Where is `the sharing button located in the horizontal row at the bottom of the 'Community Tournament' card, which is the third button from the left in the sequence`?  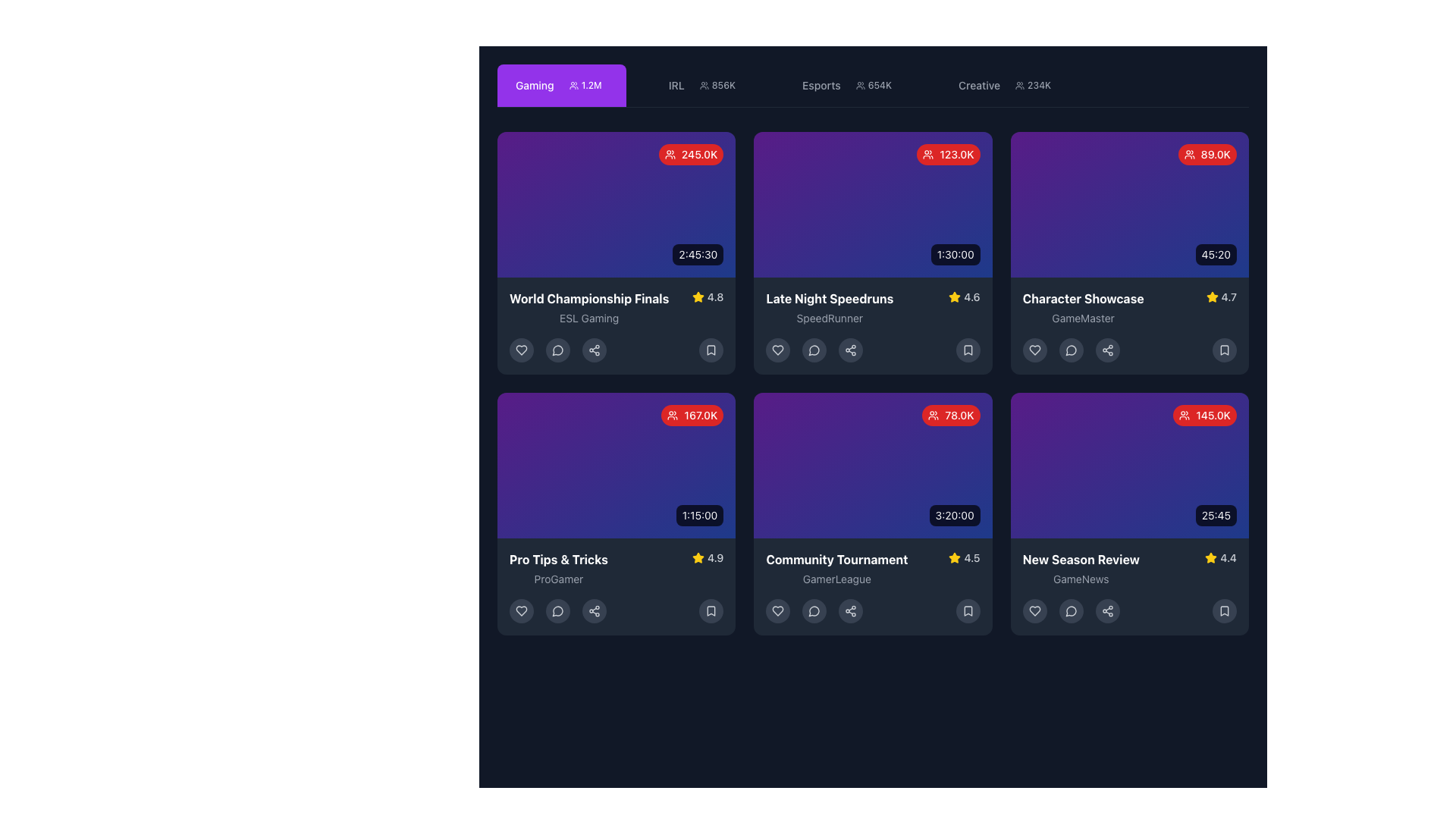
the sharing button located in the horizontal row at the bottom of the 'Community Tournament' card, which is the third button from the left in the sequence is located at coordinates (851, 610).